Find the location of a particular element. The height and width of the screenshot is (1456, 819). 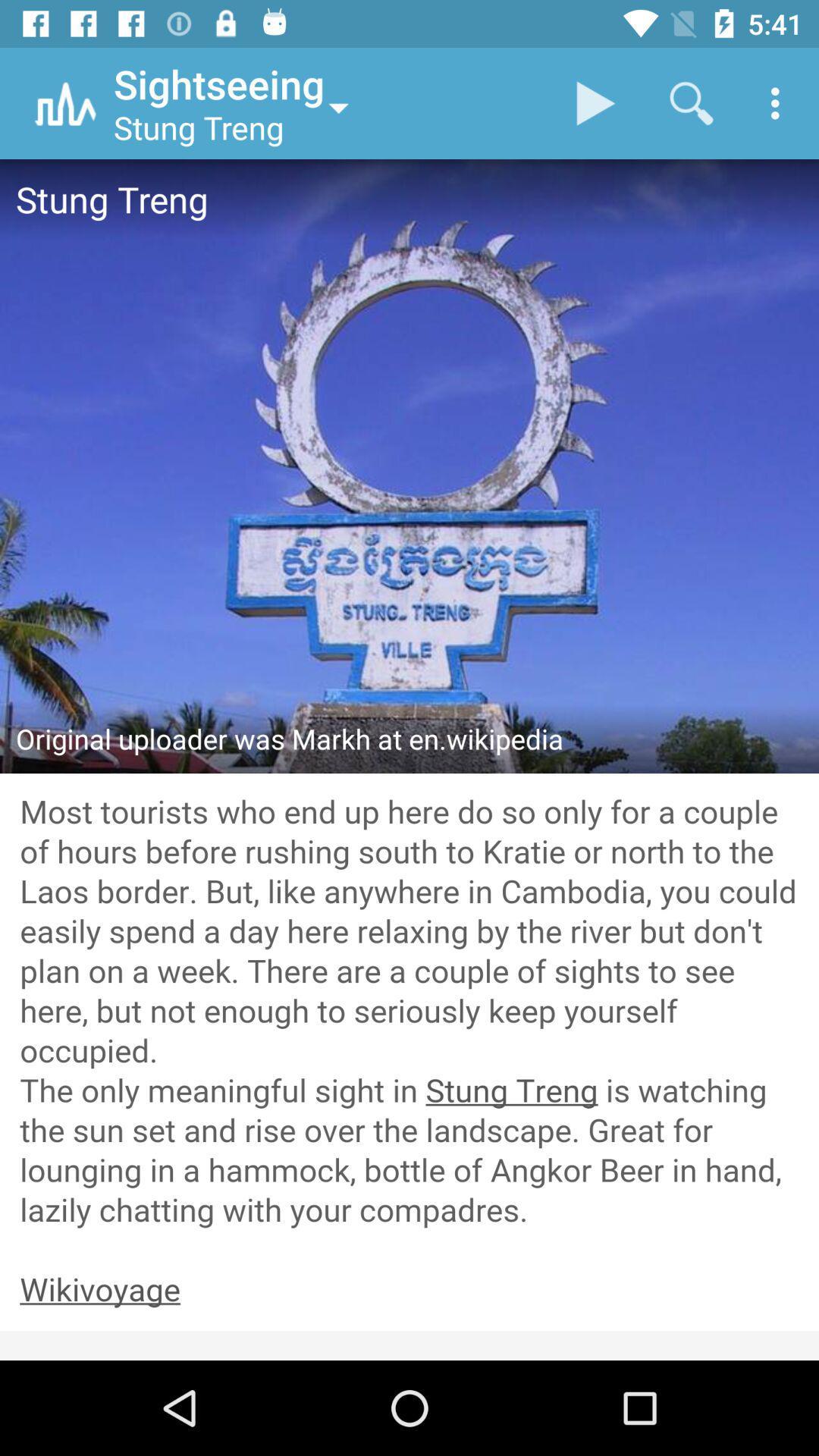

shows the content is located at coordinates (409, 1012).